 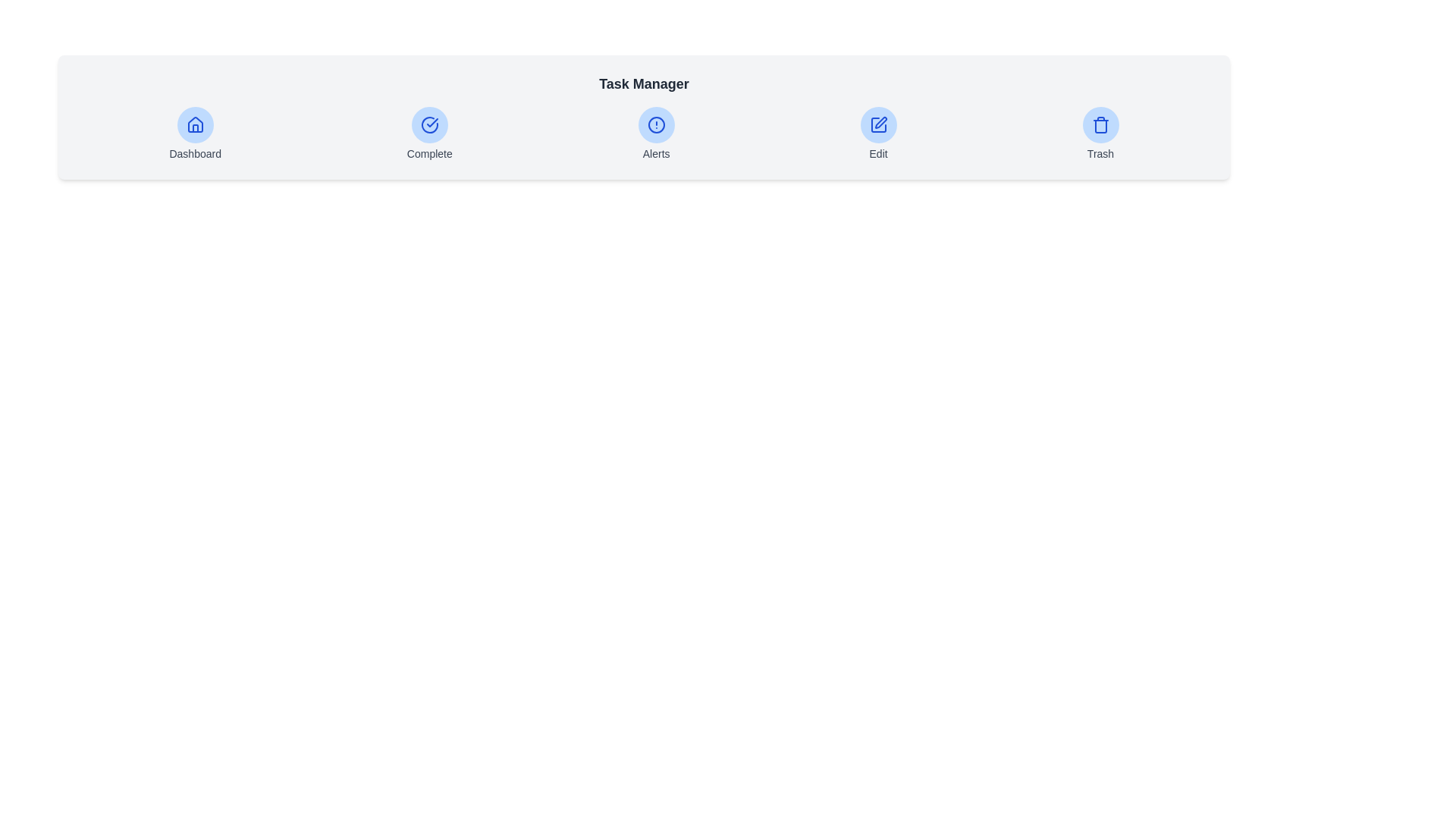 What do you see at coordinates (878, 154) in the screenshot?
I see `the 'Edit' text label, which is displayed in small-sized, gray-colored font below a blue pen icon in the navigation bar` at bounding box center [878, 154].